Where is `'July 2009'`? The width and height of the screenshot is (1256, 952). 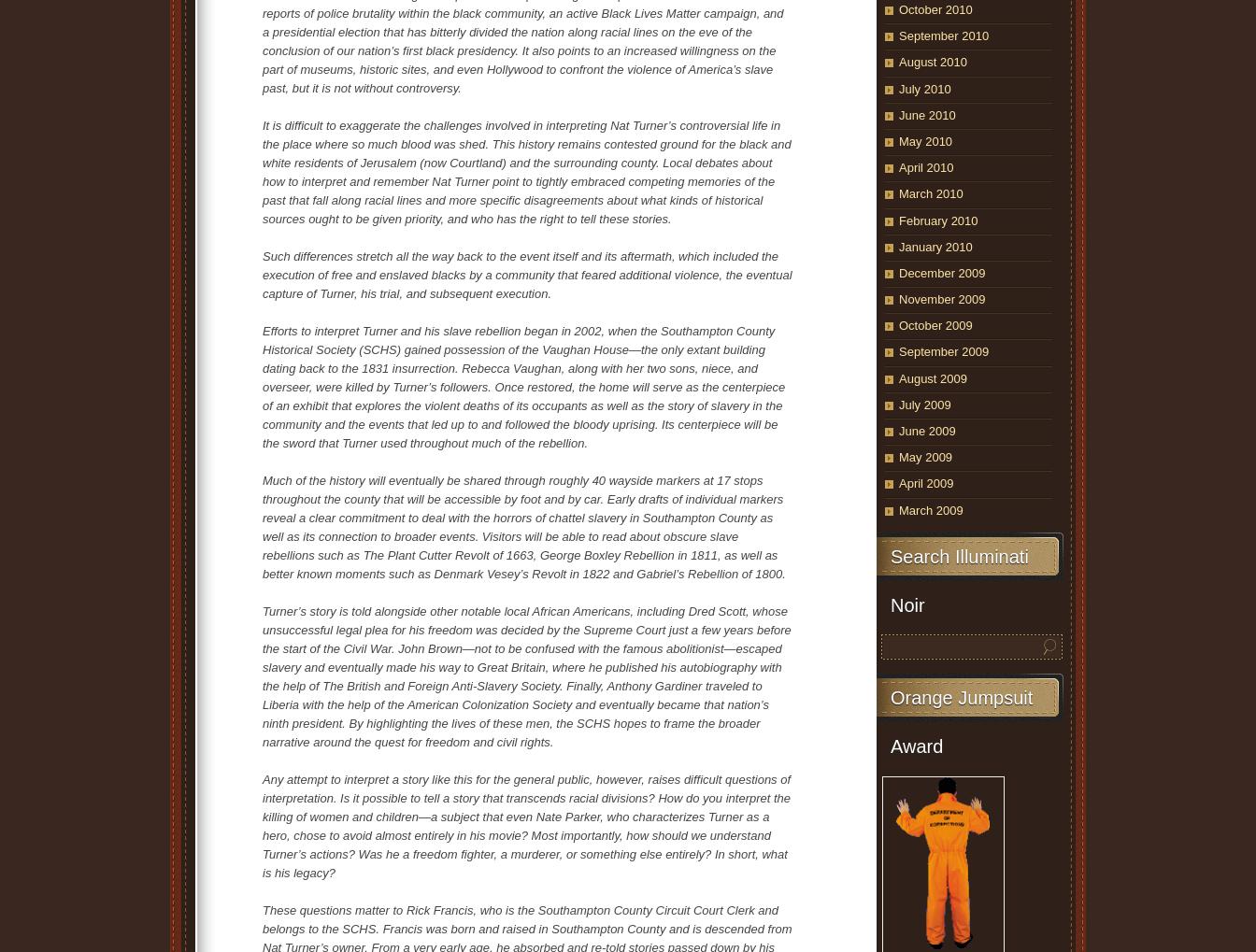 'July 2009' is located at coordinates (924, 404).